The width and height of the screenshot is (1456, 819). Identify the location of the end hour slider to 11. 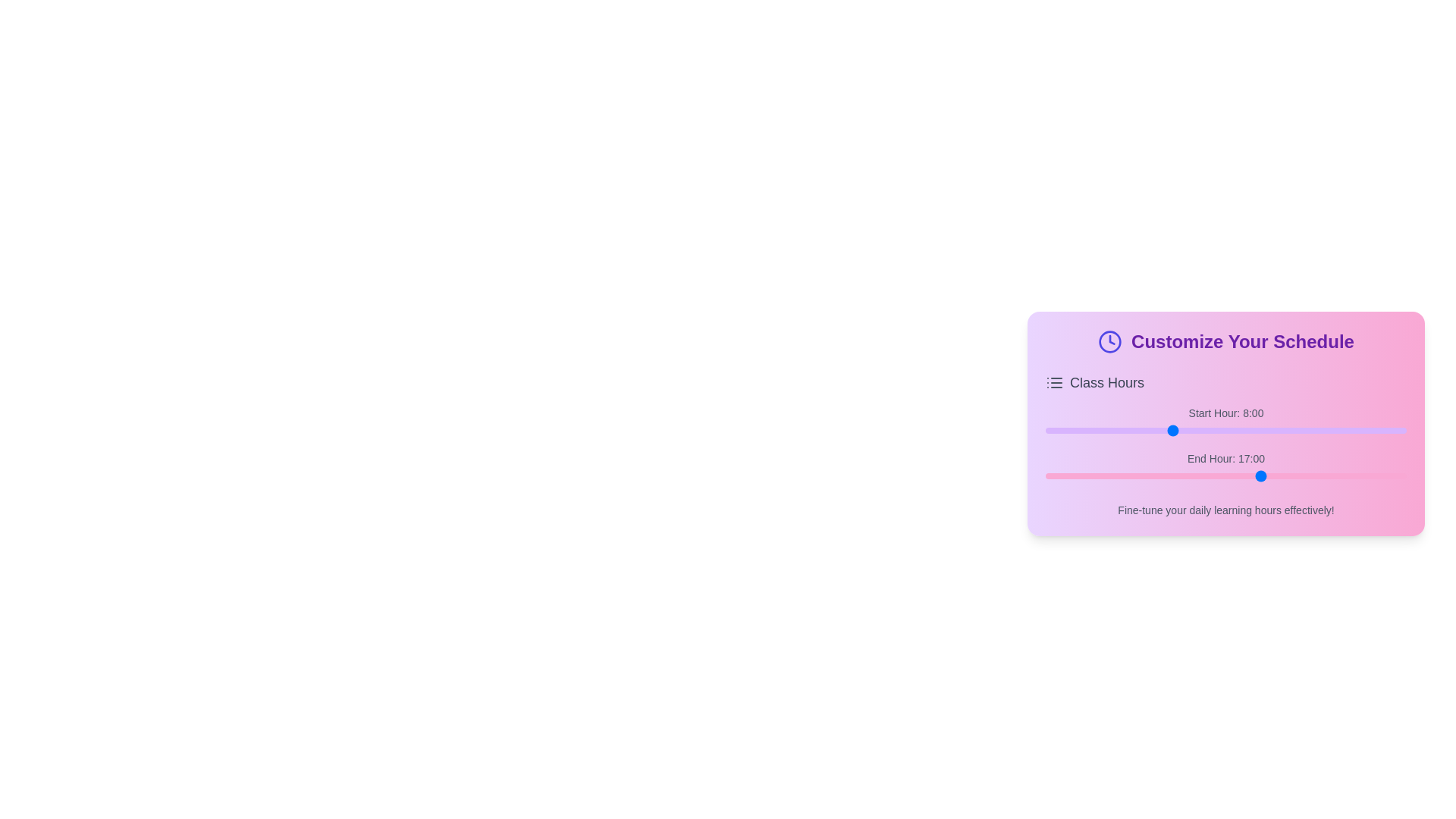
(1118, 475).